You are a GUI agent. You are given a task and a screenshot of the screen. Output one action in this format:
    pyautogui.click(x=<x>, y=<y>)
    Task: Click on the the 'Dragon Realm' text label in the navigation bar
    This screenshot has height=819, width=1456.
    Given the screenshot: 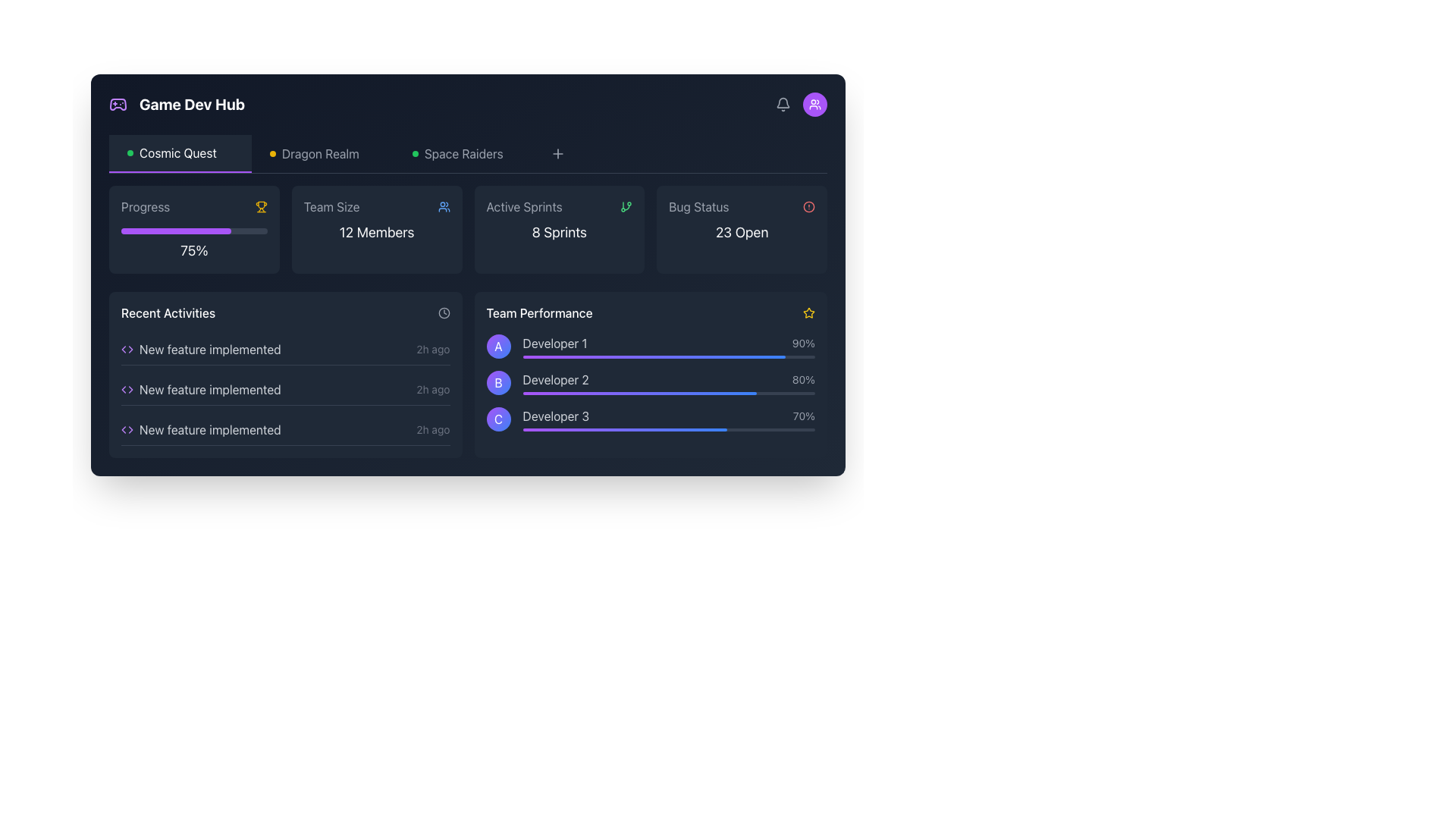 What is the action you would take?
    pyautogui.click(x=322, y=154)
    